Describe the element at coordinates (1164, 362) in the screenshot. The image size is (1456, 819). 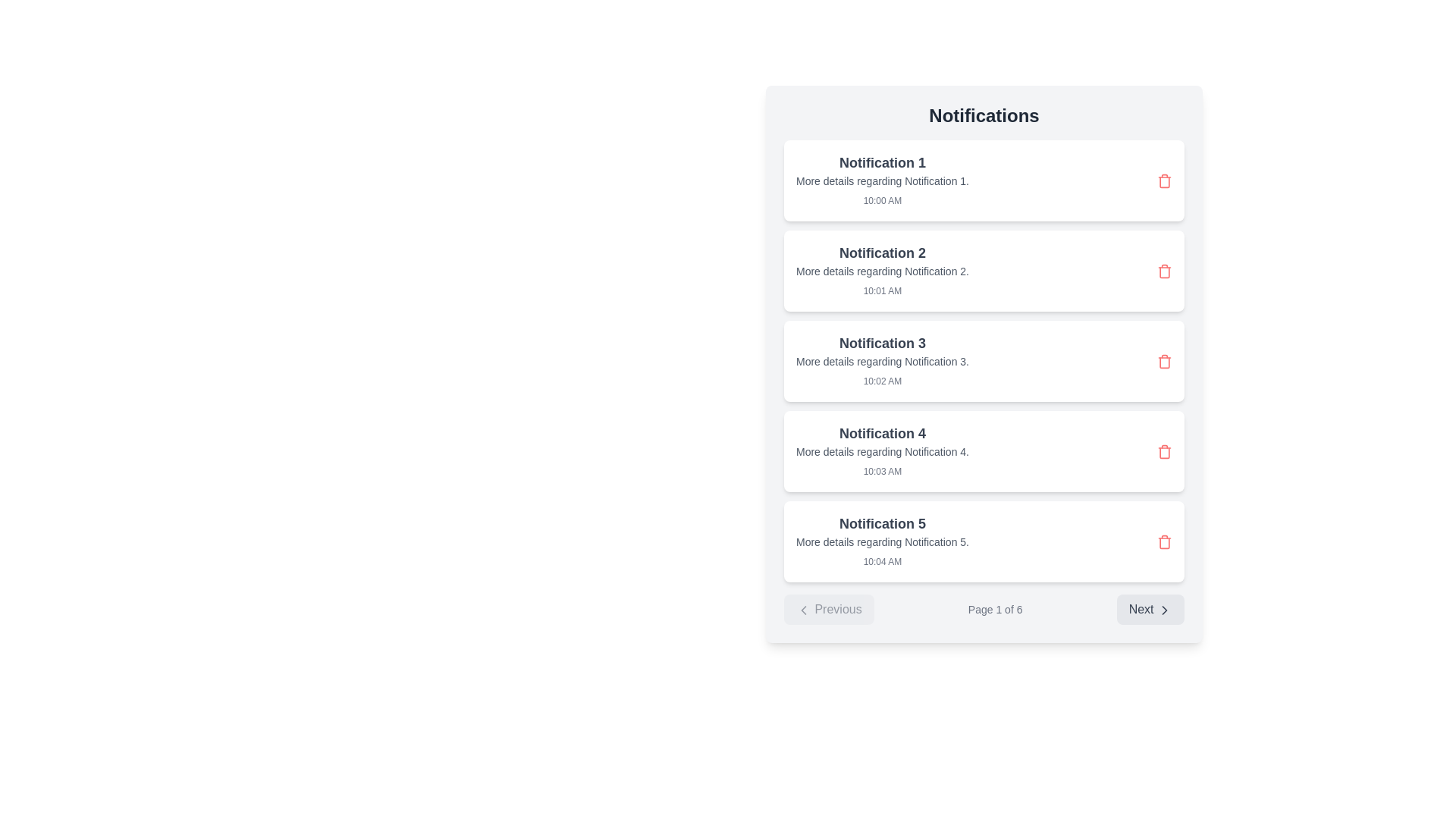
I see `the minimalistic trash icon located to the right of the text details in the third notification item` at that location.